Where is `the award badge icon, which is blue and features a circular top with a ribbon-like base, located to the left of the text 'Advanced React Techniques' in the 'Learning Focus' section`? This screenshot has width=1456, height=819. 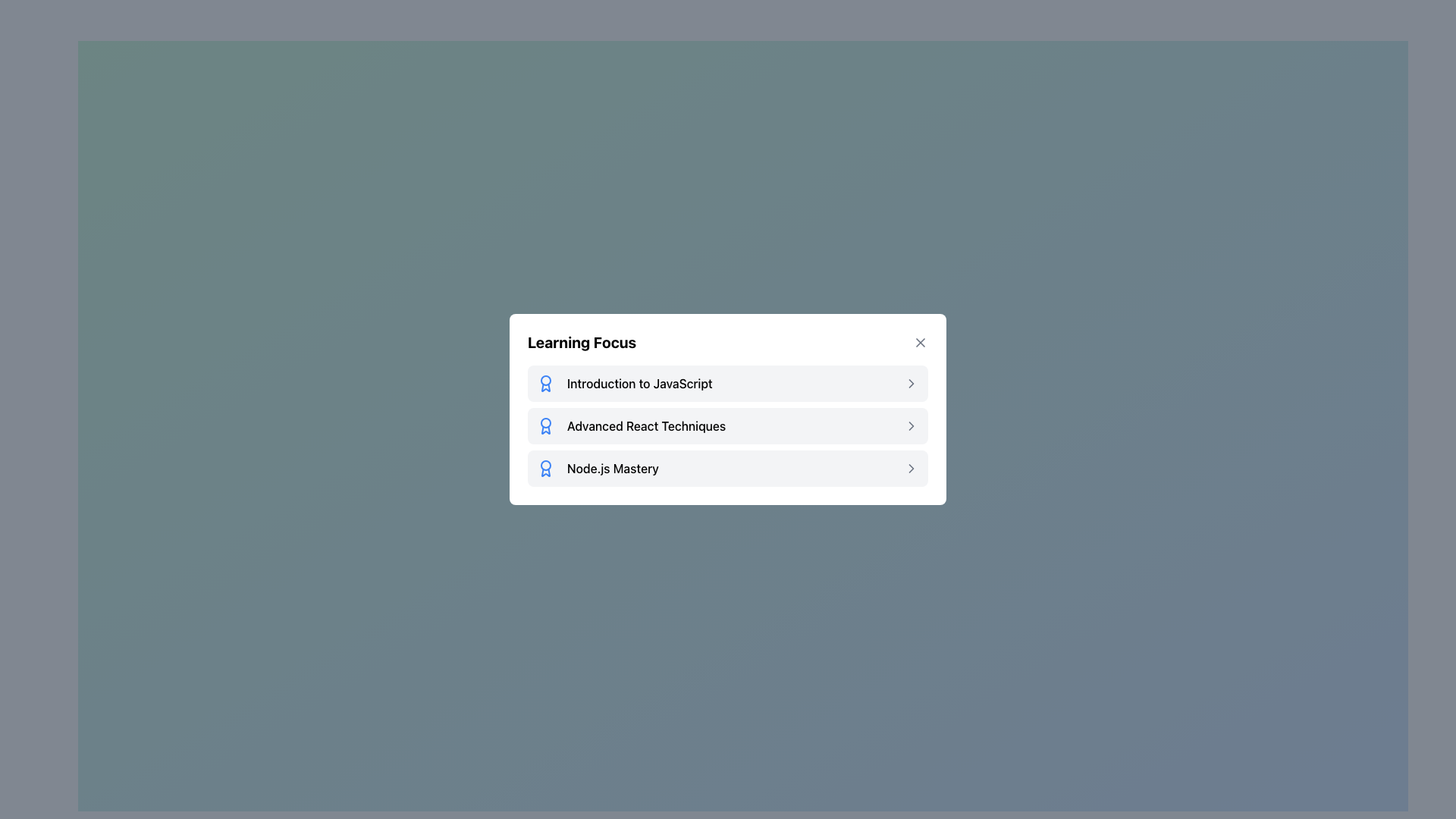 the award badge icon, which is blue and features a circular top with a ribbon-like base, located to the left of the text 'Advanced React Techniques' in the 'Learning Focus' section is located at coordinates (546, 426).